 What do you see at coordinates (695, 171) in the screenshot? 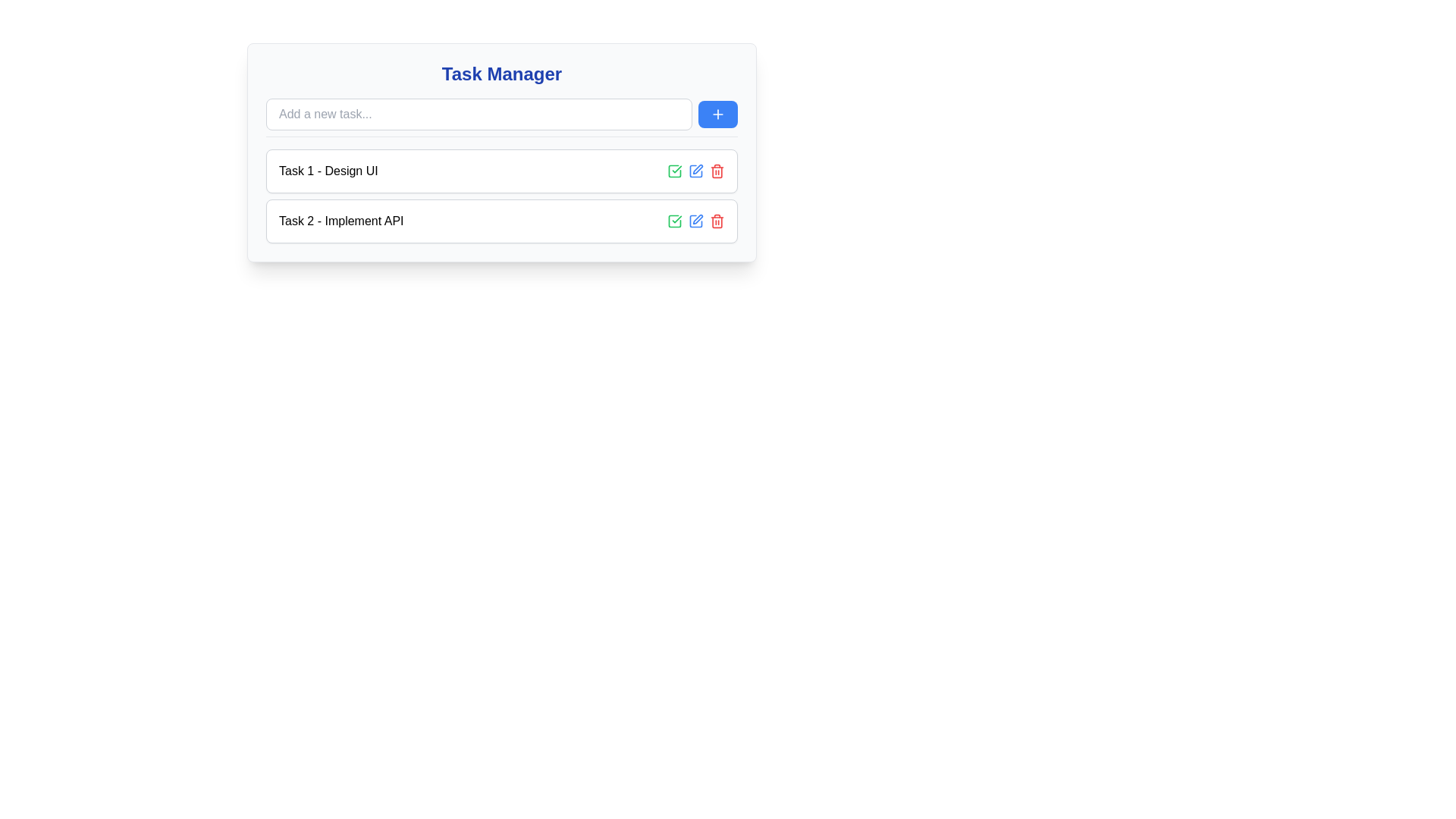
I see `the edit action button icon, which is the second interactive element in a row of buttons for modifying task details, to change its color` at bounding box center [695, 171].